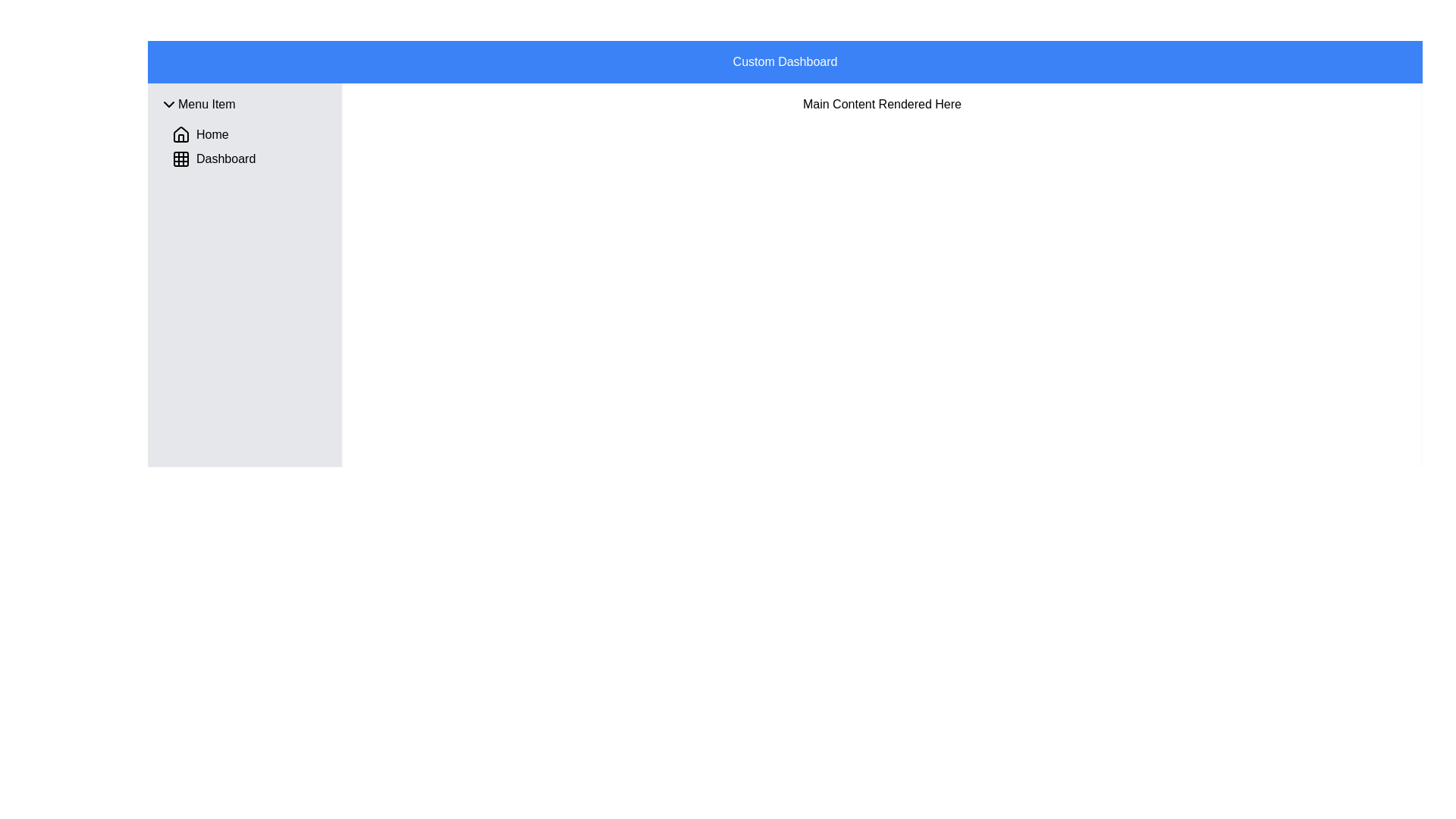  I want to click on the 'Menu Item' text label located in the left navigation panel, so click(206, 104).